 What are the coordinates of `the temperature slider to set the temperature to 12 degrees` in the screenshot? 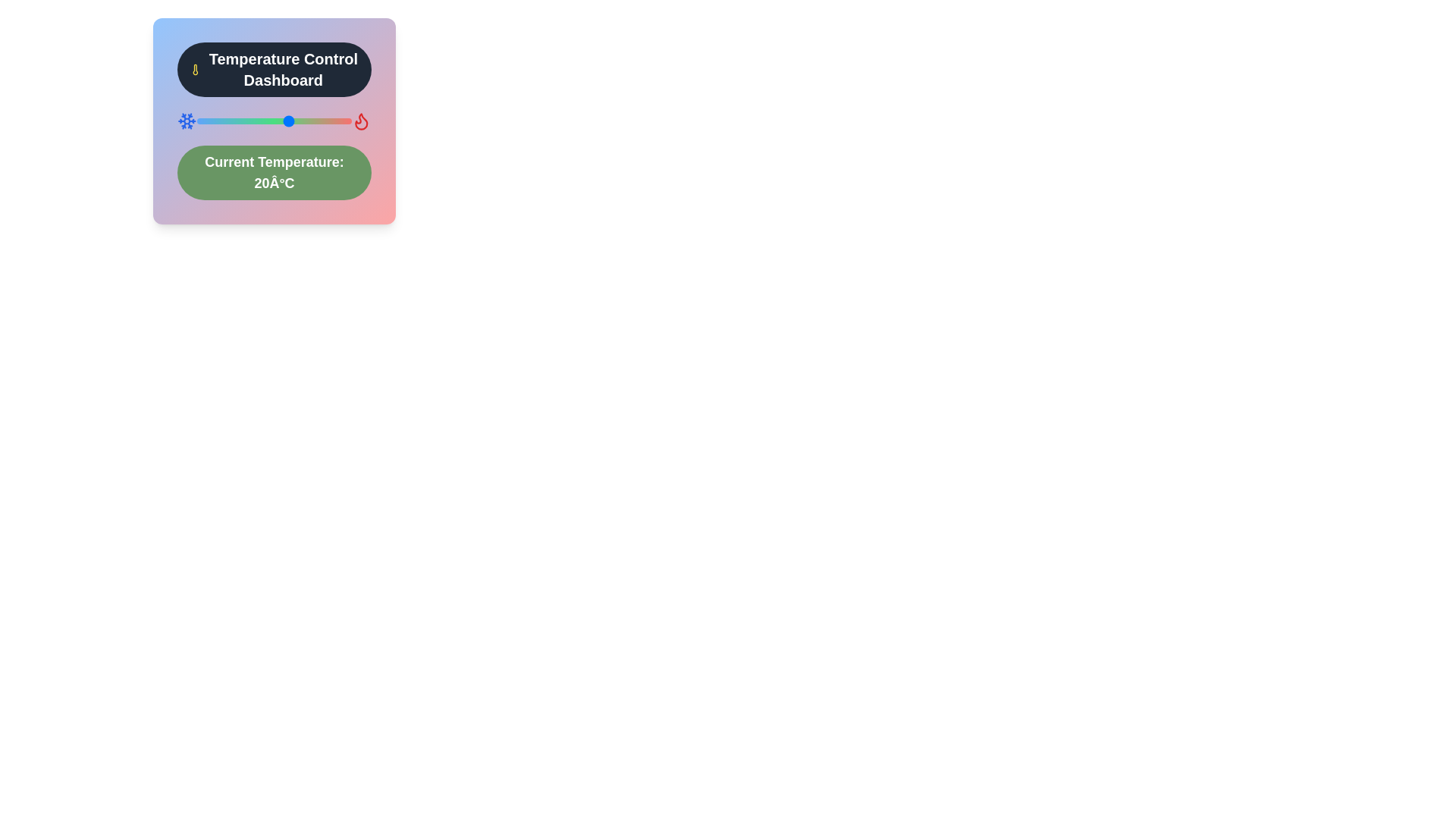 It's located at (265, 120).